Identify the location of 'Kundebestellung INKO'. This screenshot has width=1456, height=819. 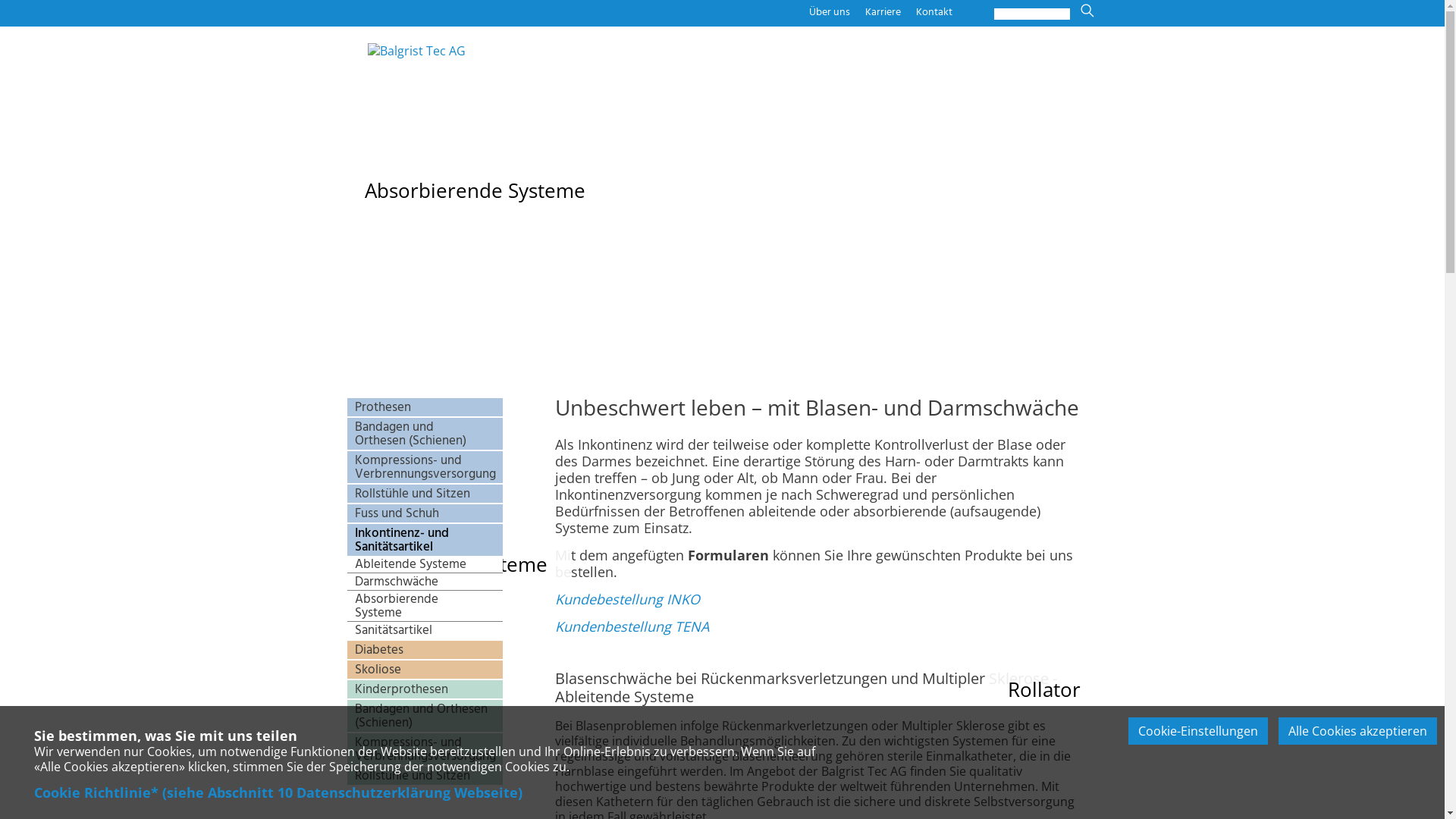
(627, 598).